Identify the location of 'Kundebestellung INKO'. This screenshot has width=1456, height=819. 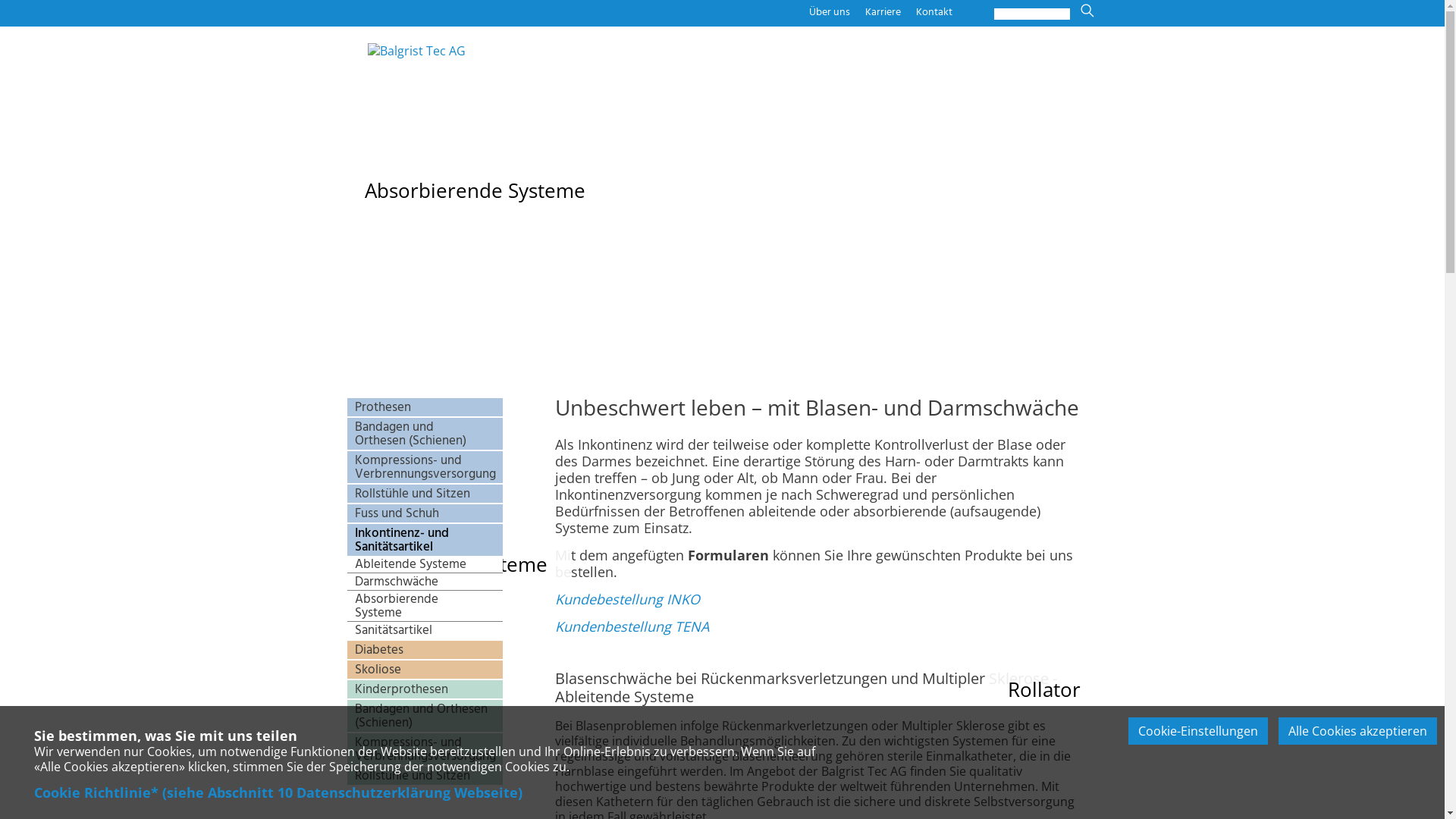
(627, 598).